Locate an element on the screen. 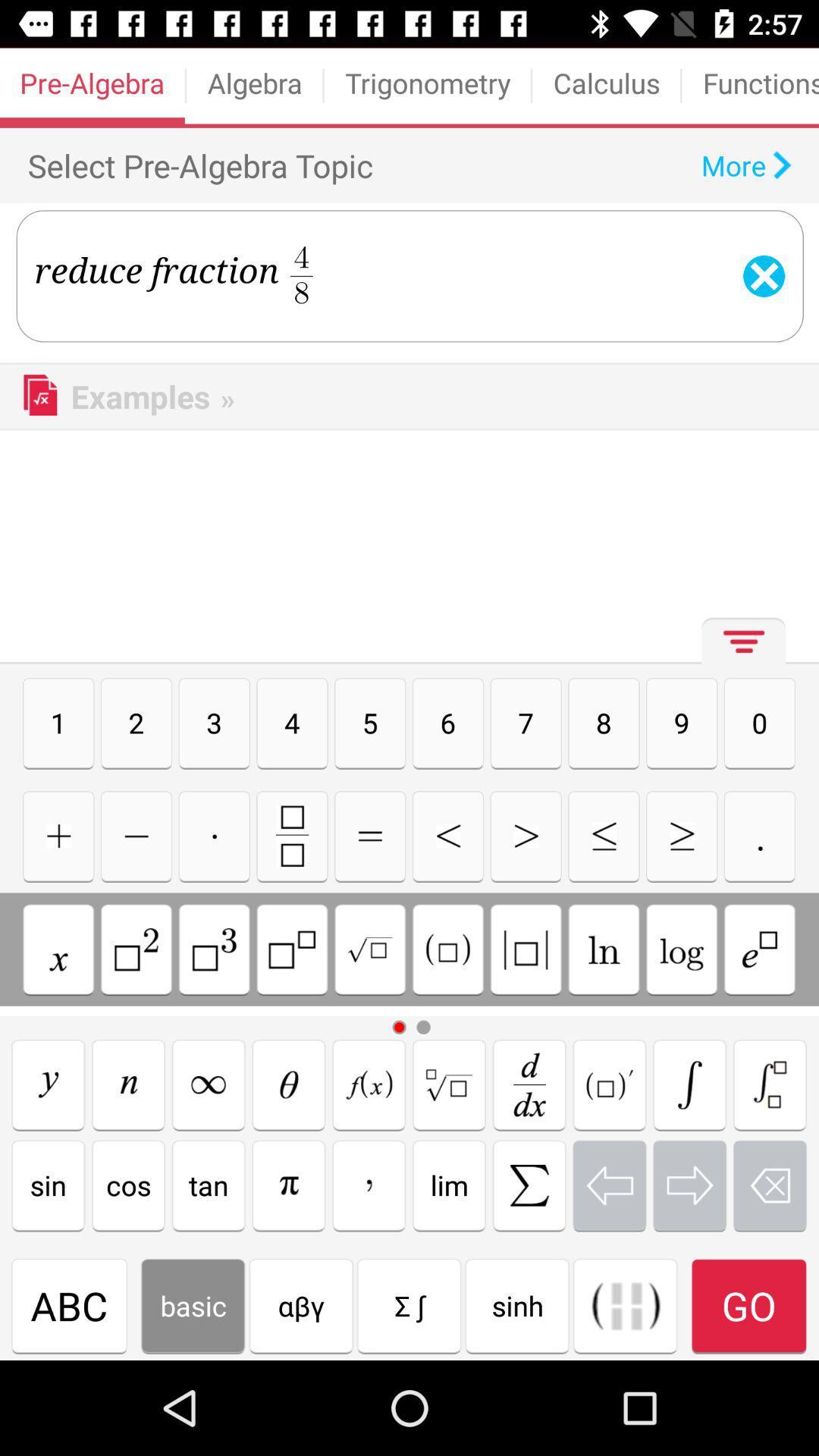 This screenshot has width=819, height=1456. this option is located at coordinates (447, 949).